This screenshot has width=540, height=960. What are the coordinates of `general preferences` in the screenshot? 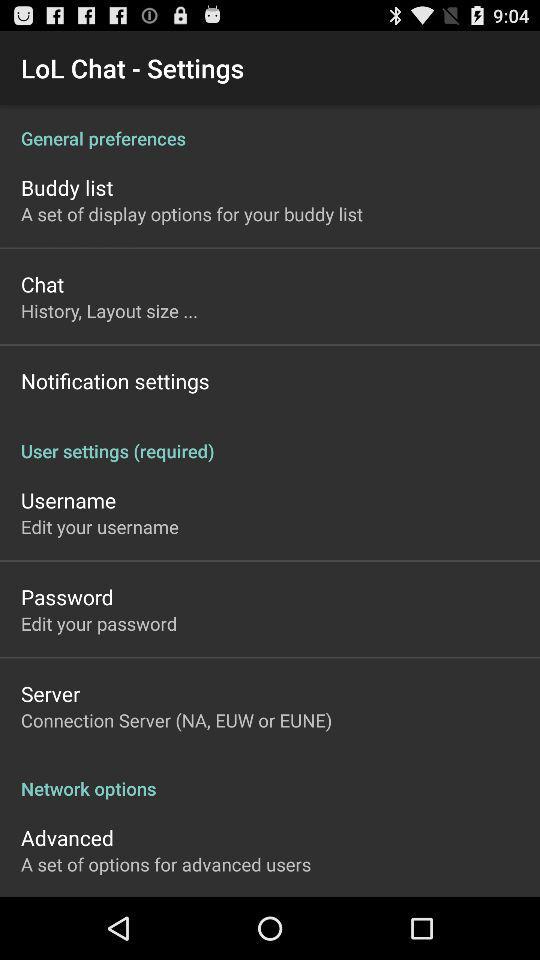 It's located at (270, 126).